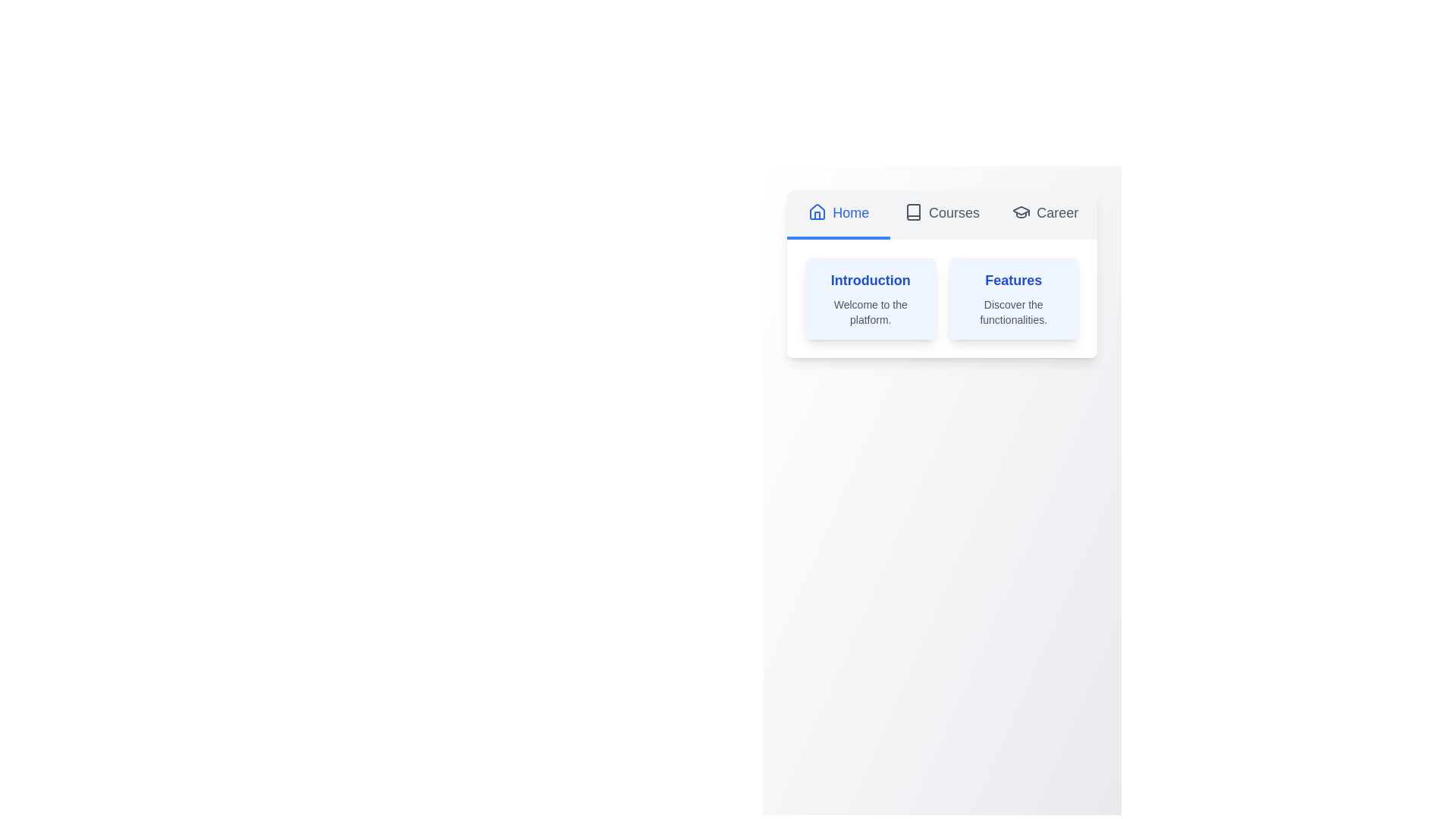  Describe the element at coordinates (1021, 212) in the screenshot. I see `the graduation cap icon in the navigation bar` at that location.